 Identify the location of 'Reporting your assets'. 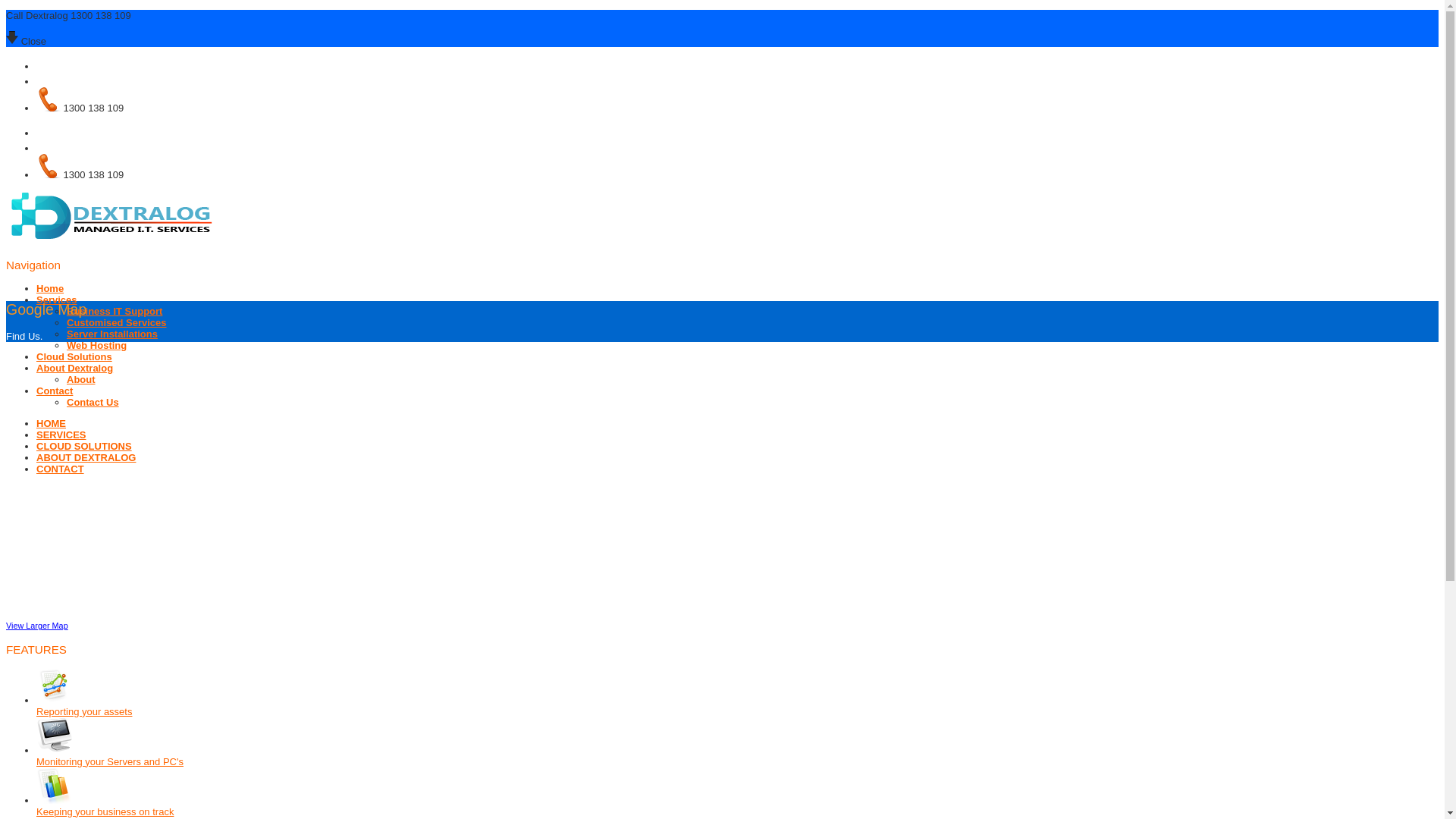
(83, 711).